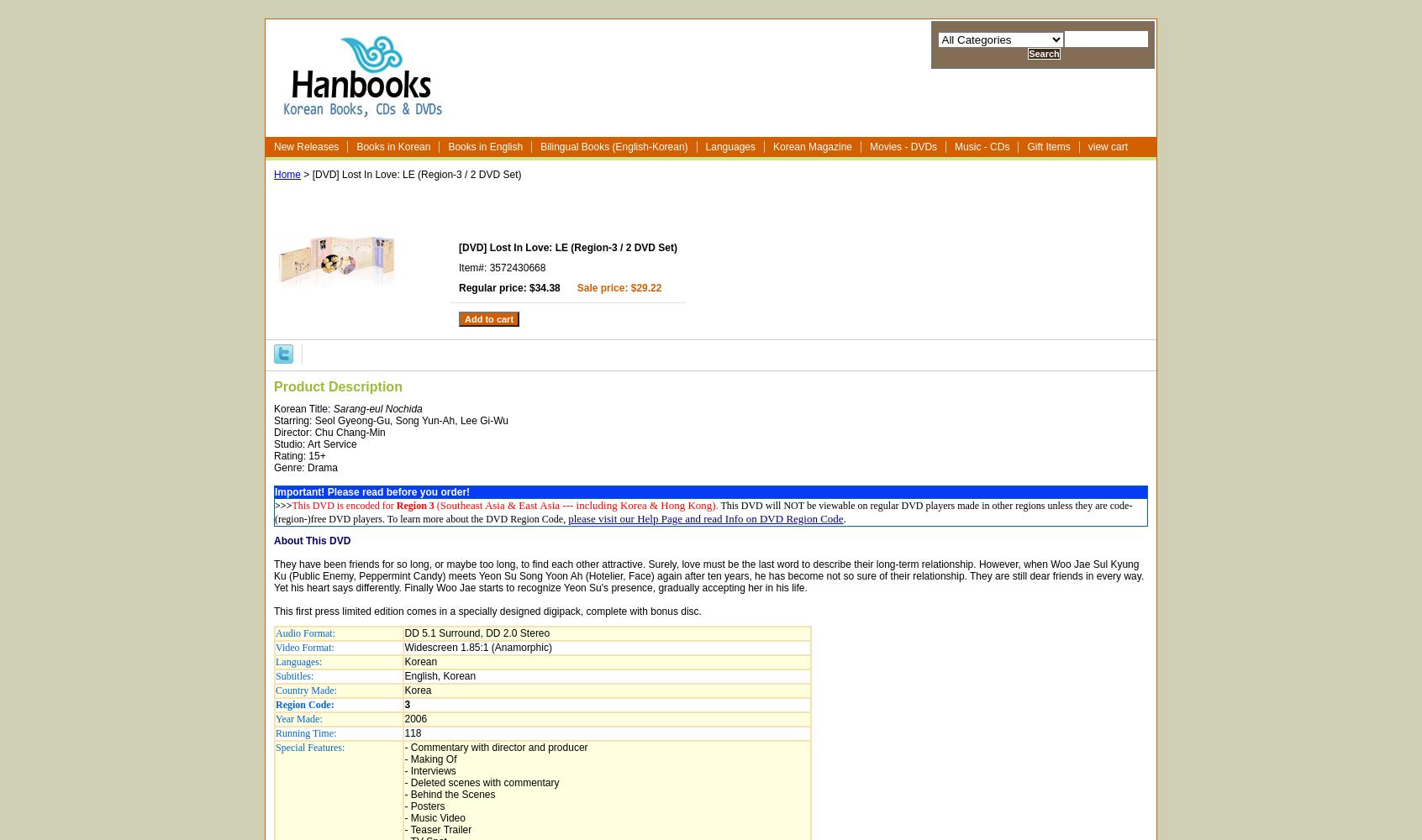 The image size is (1422, 840). I want to click on 'Southeast 
				Asia & East Asia --- including Korea & Hong Kong)', so click(577, 504).